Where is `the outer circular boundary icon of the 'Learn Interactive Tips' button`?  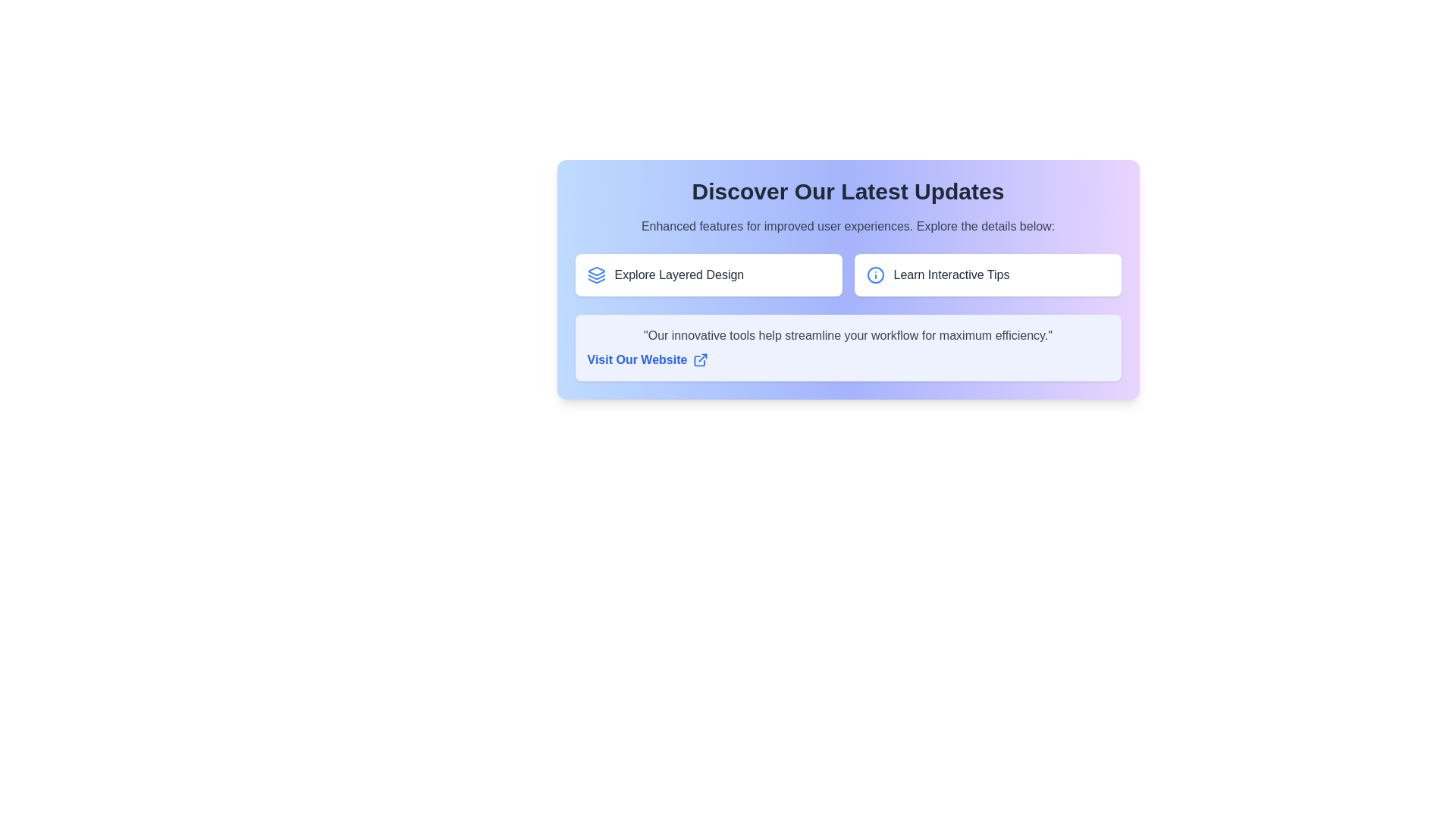
the outer circular boundary icon of the 'Learn Interactive Tips' button is located at coordinates (875, 275).